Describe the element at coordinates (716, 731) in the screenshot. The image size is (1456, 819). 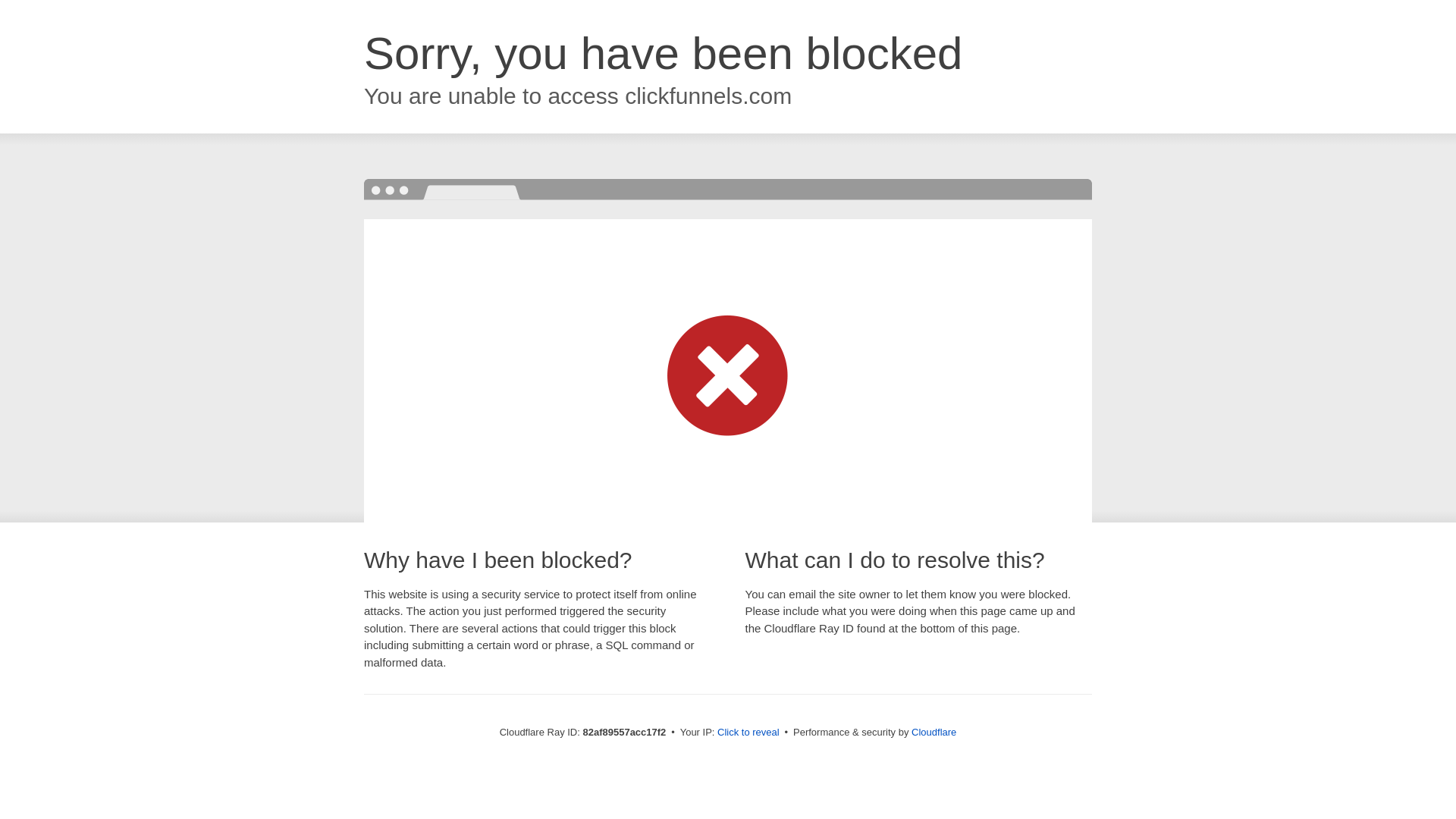
I see `'Click to reveal'` at that location.